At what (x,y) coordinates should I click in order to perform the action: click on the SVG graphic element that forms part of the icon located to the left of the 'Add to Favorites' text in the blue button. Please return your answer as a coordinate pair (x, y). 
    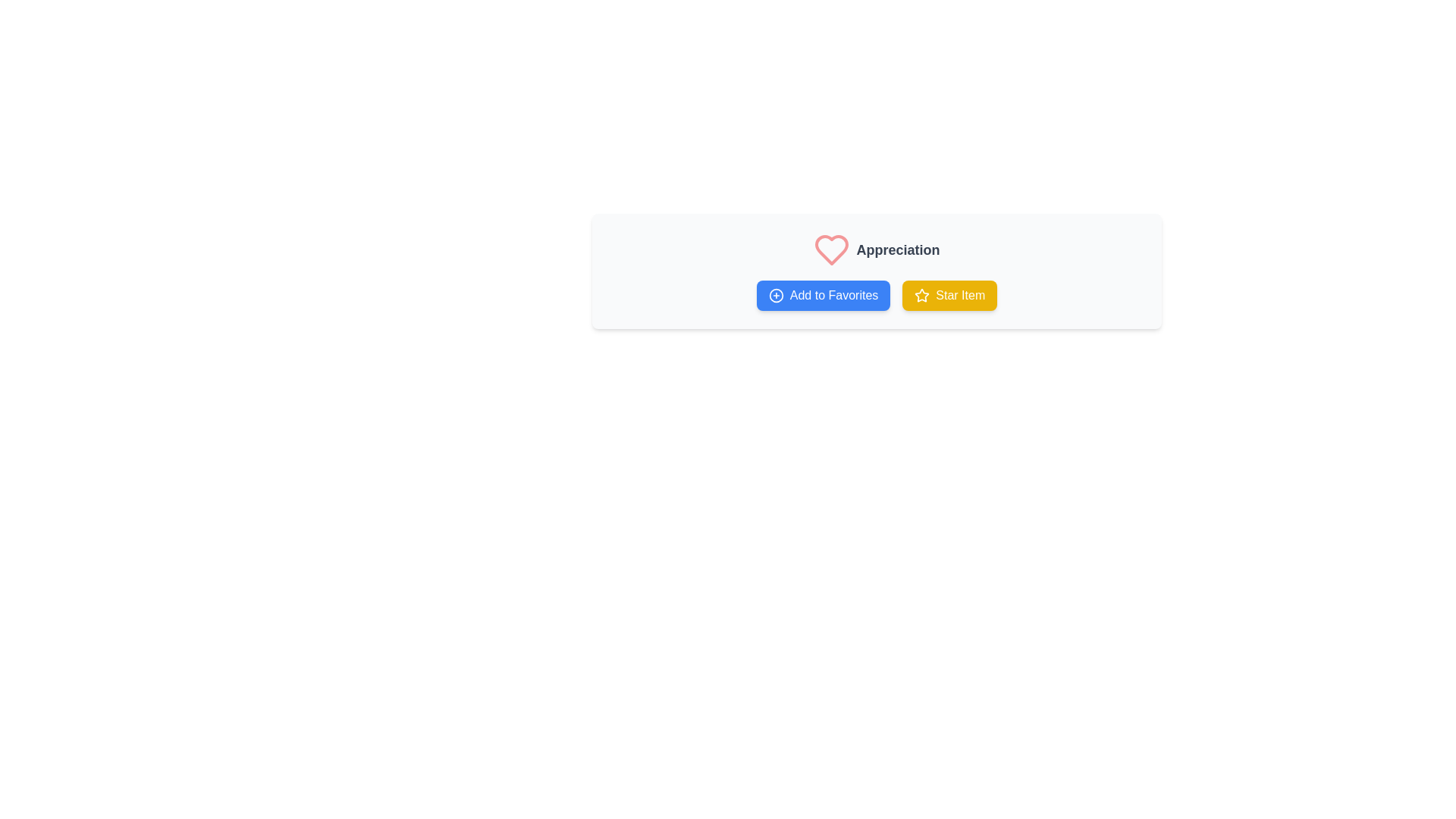
    Looking at the image, I should click on (776, 295).